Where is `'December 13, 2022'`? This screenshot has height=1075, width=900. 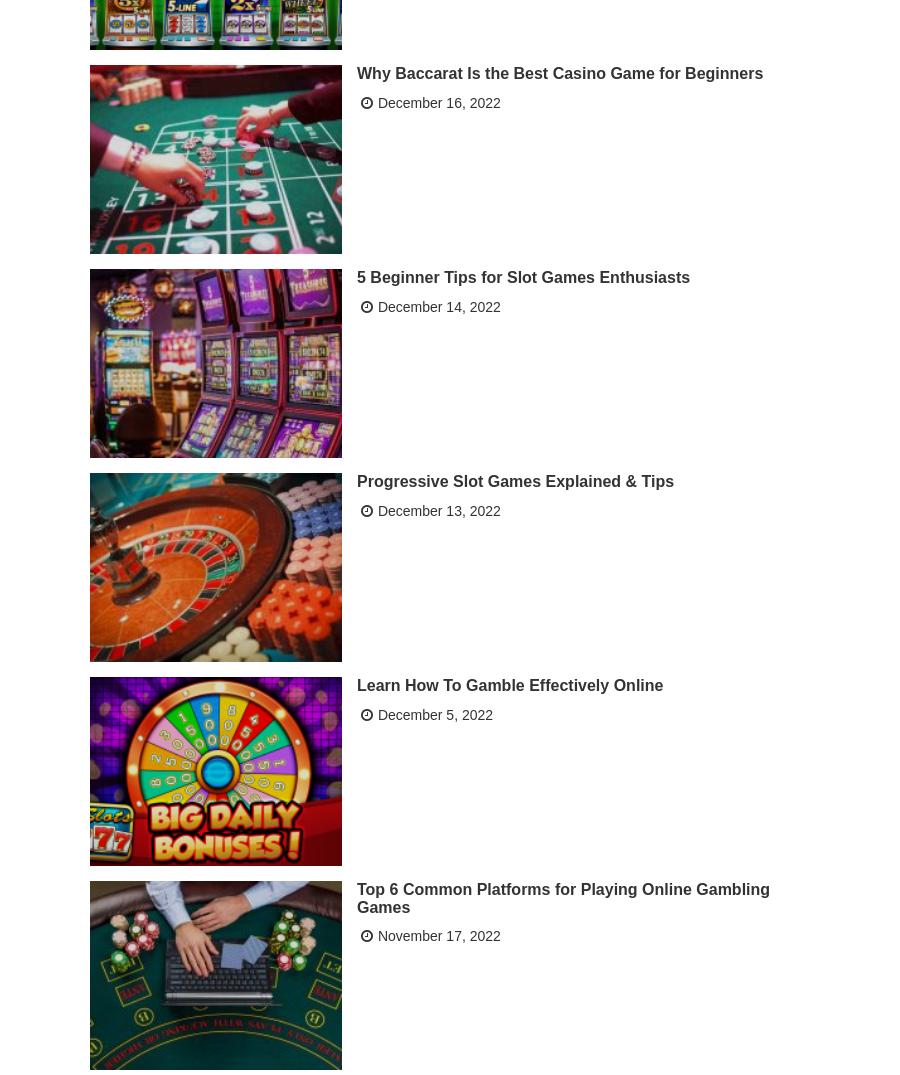 'December 13, 2022' is located at coordinates (438, 508).